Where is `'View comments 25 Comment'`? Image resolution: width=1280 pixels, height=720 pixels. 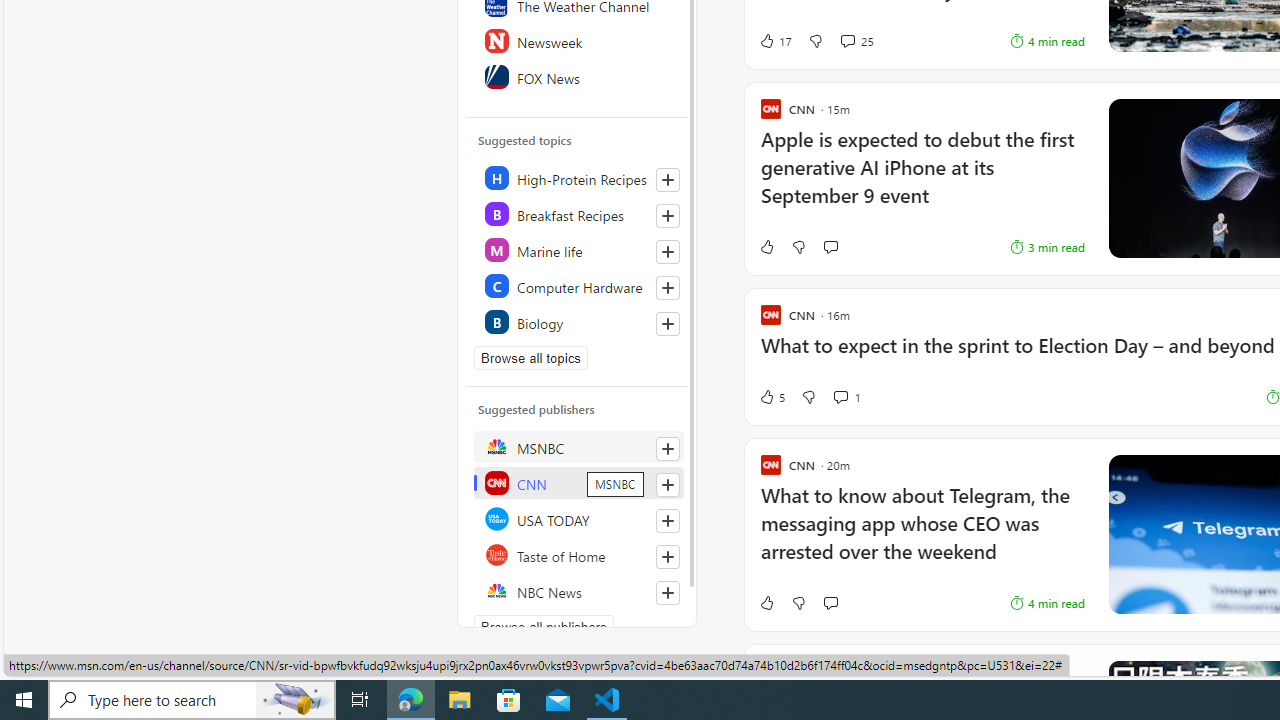 'View comments 25 Comment' is located at coordinates (847, 41).